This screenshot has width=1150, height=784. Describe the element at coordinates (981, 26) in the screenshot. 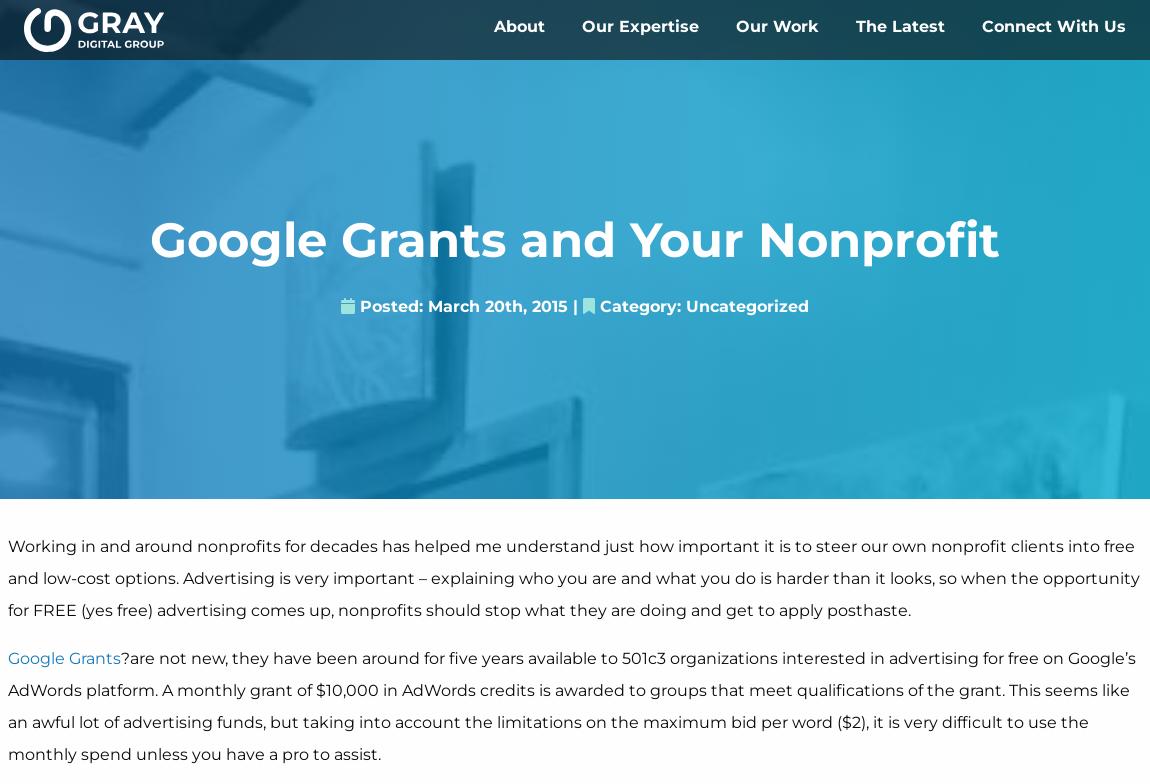

I see `'Connect With Us'` at that location.